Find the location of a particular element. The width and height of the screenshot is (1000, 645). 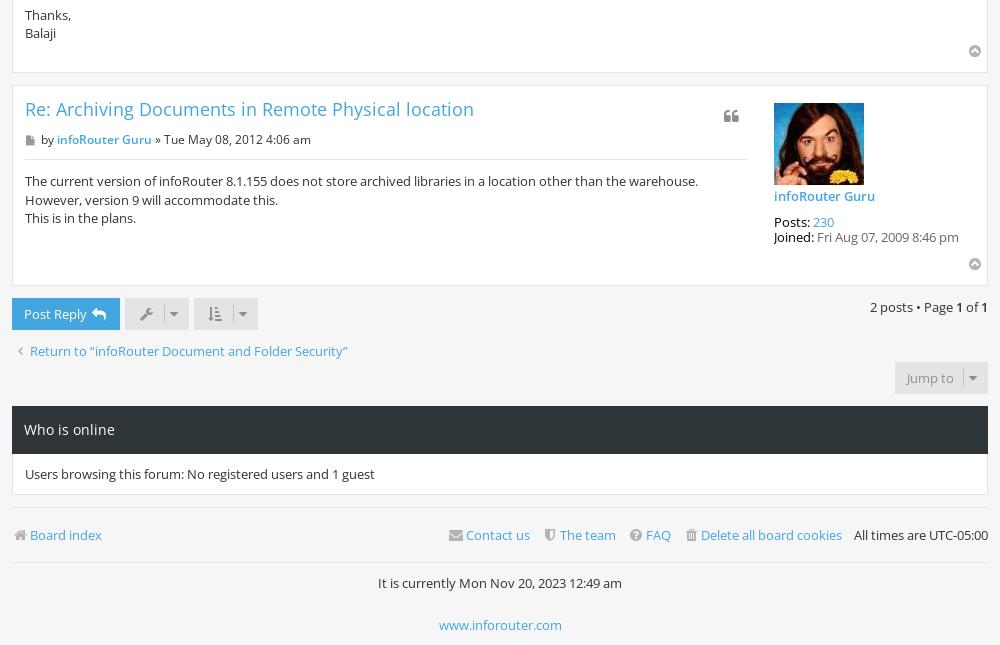

'by' is located at coordinates (40, 137).